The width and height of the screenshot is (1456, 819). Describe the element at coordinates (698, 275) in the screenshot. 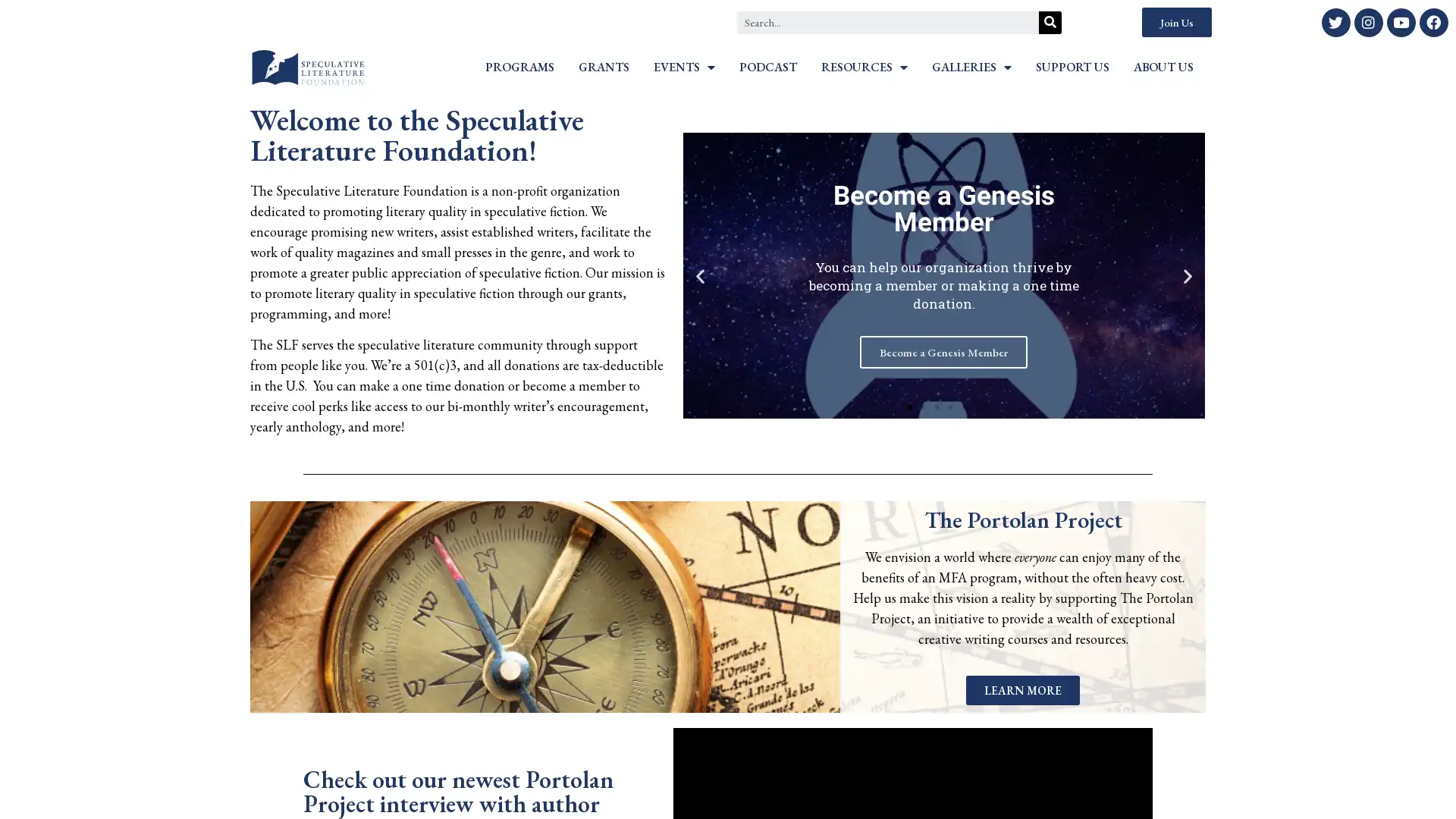

I see `Previous slide` at that location.